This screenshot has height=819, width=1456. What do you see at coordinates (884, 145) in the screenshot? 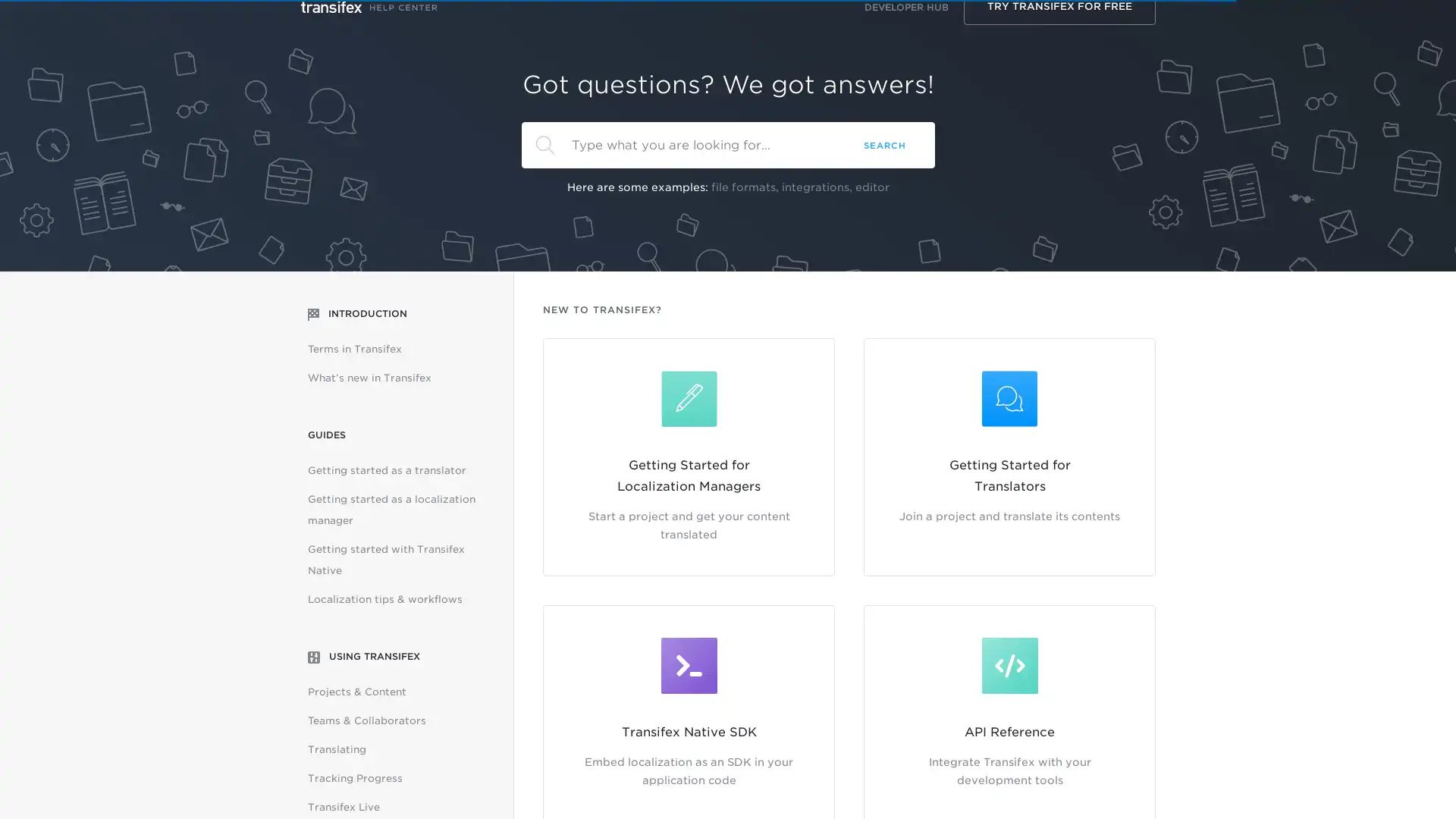
I see `SEARCH` at bounding box center [884, 145].